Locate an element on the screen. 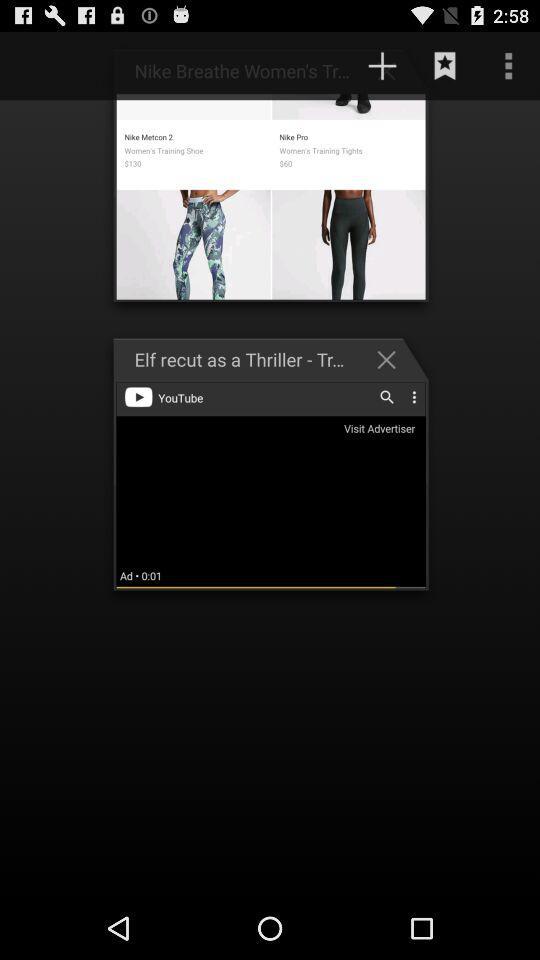  the add icon is located at coordinates (382, 70).